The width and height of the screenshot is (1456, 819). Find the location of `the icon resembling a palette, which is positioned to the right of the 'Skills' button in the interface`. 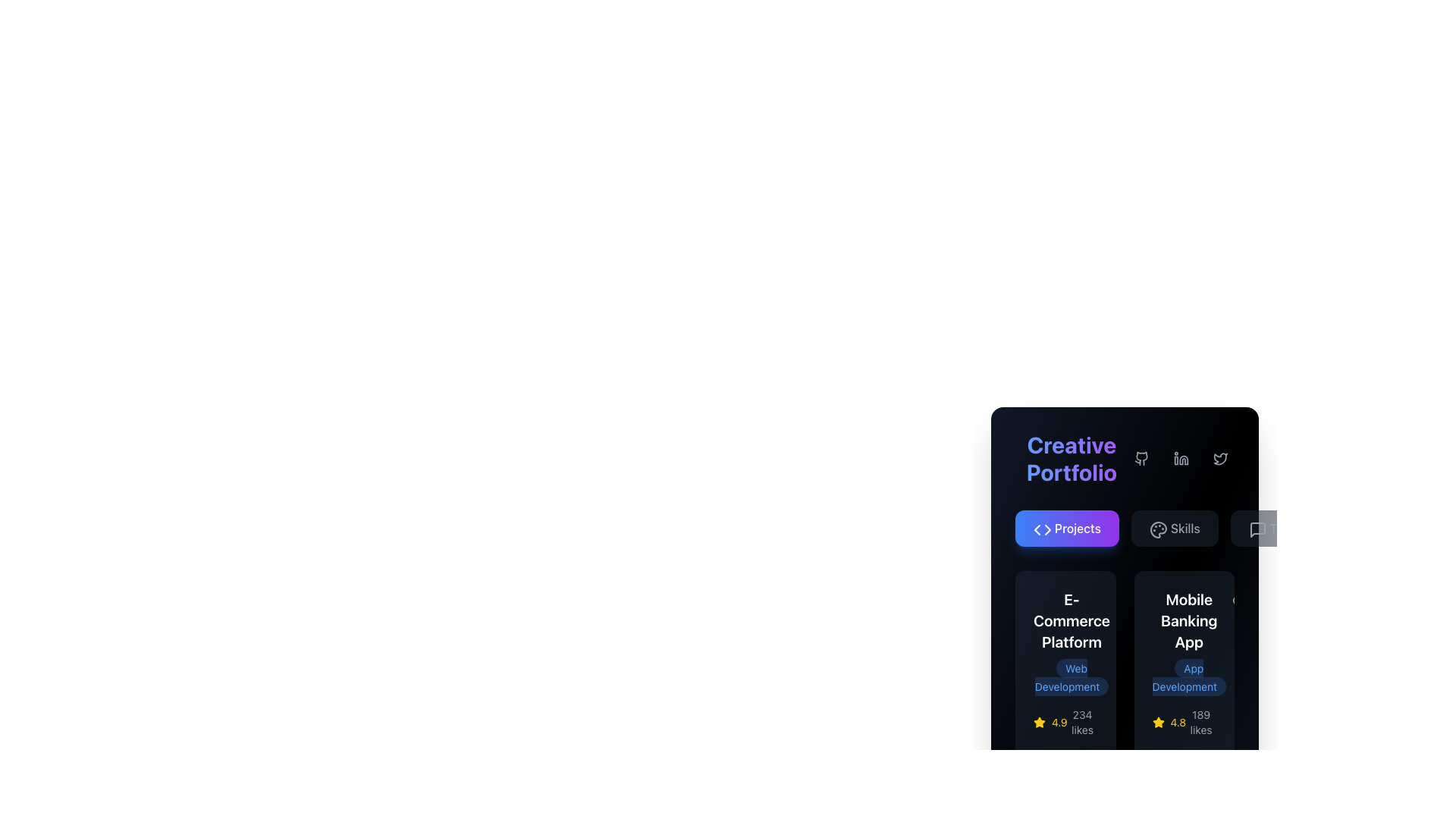

the icon resembling a palette, which is positioned to the right of the 'Skills' button in the interface is located at coordinates (1157, 529).